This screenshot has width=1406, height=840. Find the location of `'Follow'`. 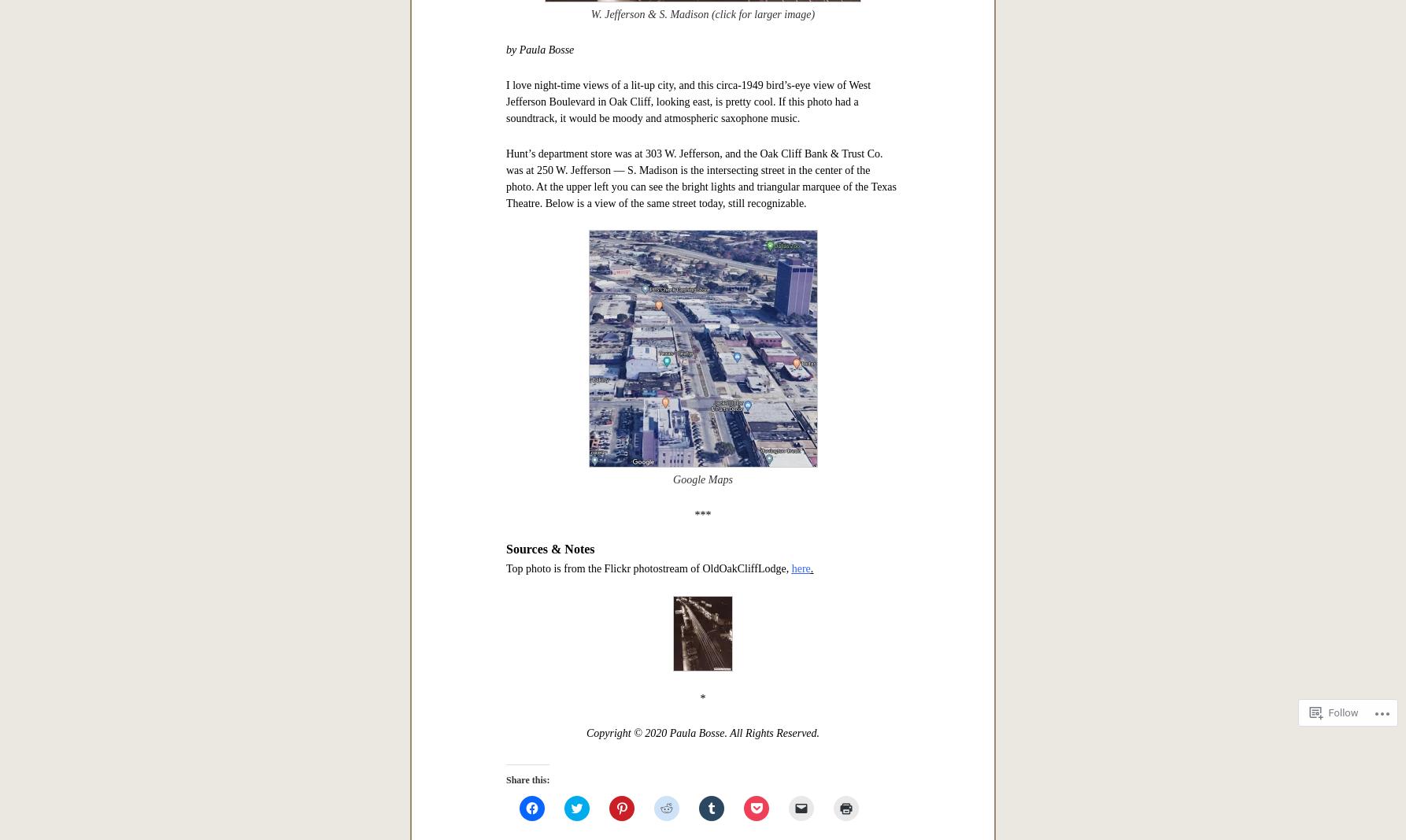

'Follow' is located at coordinates (1341, 712).